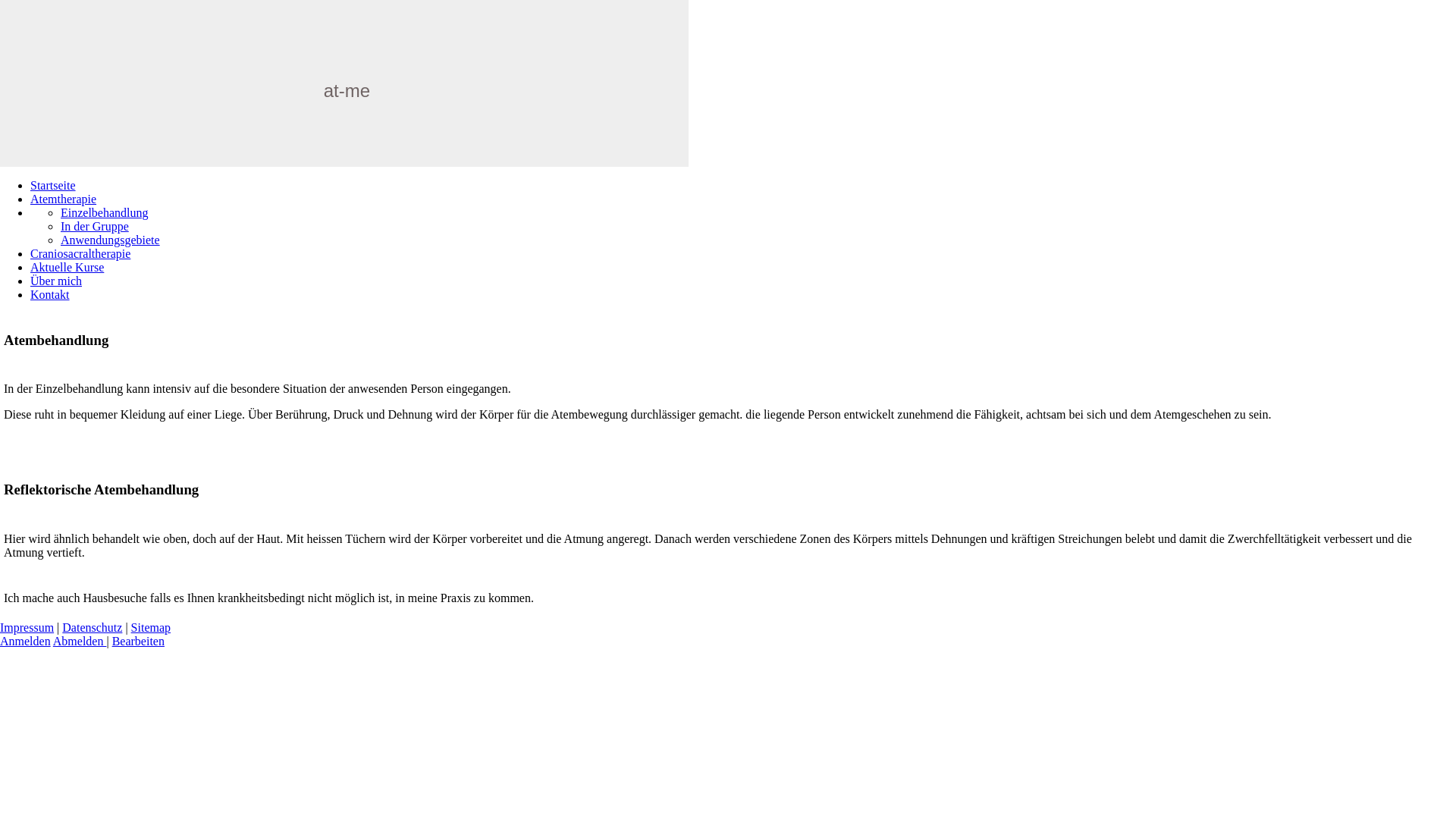  I want to click on 'Bearbeiten', so click(138, 641).